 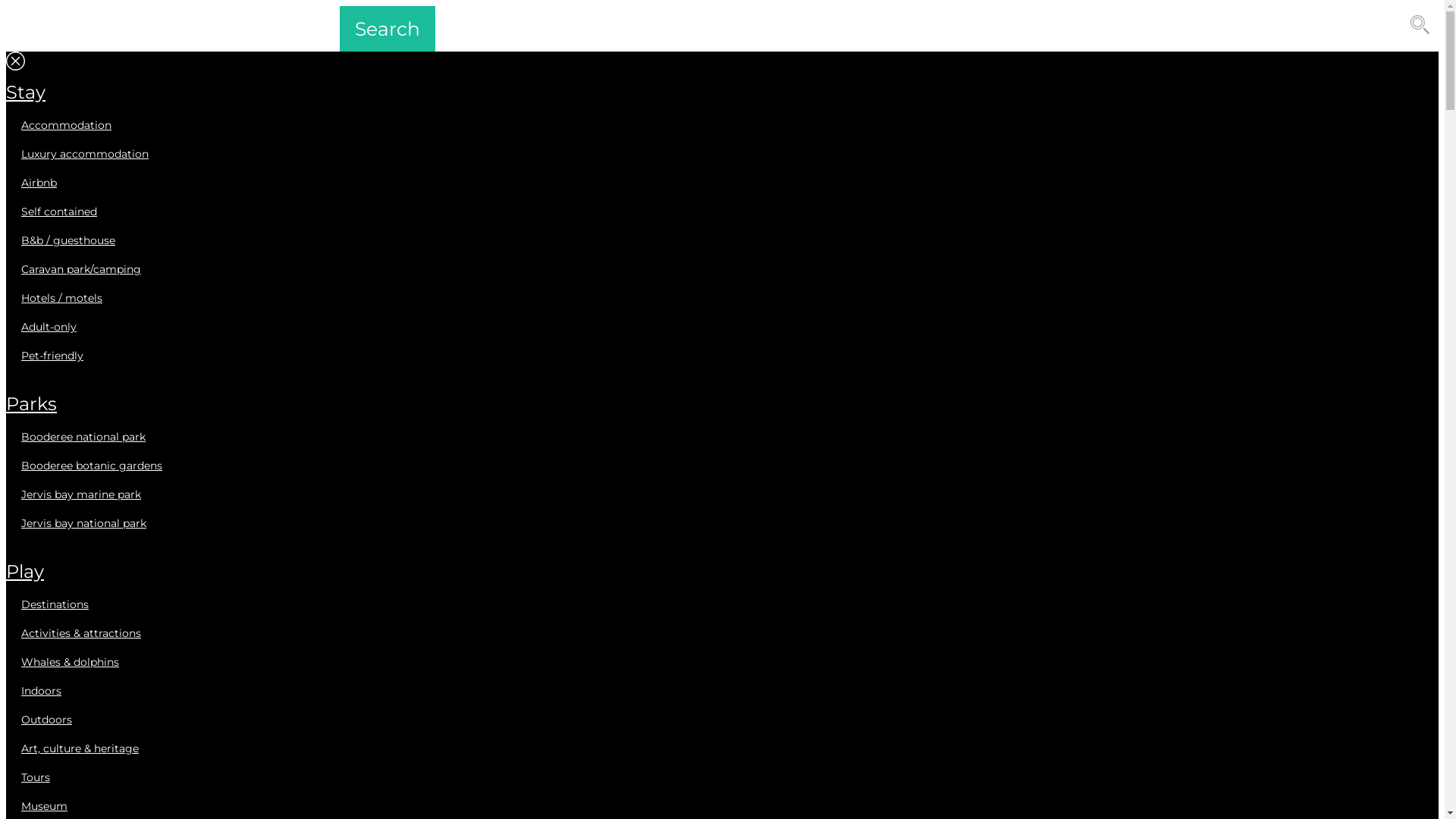 I want to click on 'Search', so click(x=338, y=29).